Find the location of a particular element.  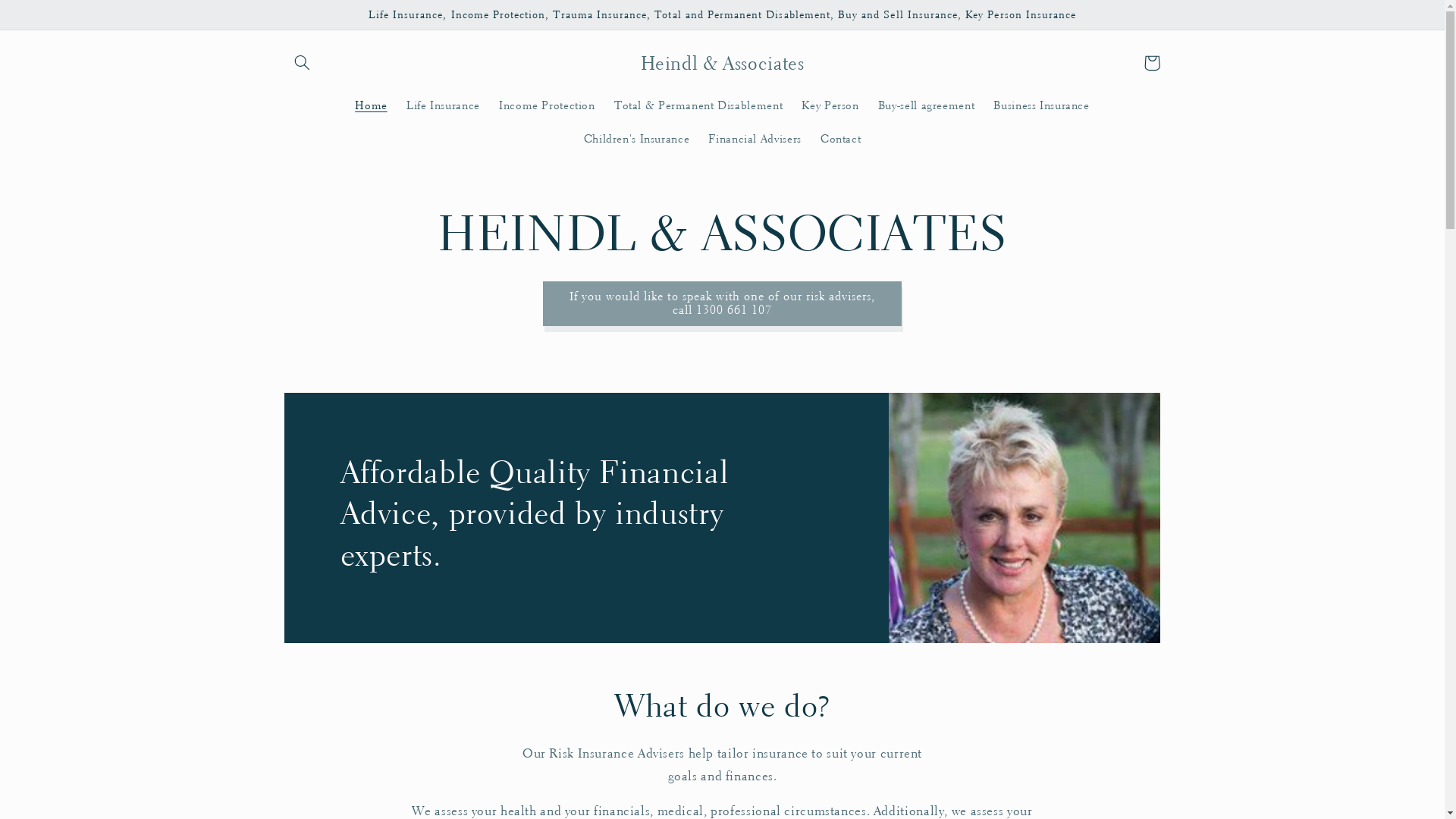

'Life Insurance' is located at coordinates (442, 104).